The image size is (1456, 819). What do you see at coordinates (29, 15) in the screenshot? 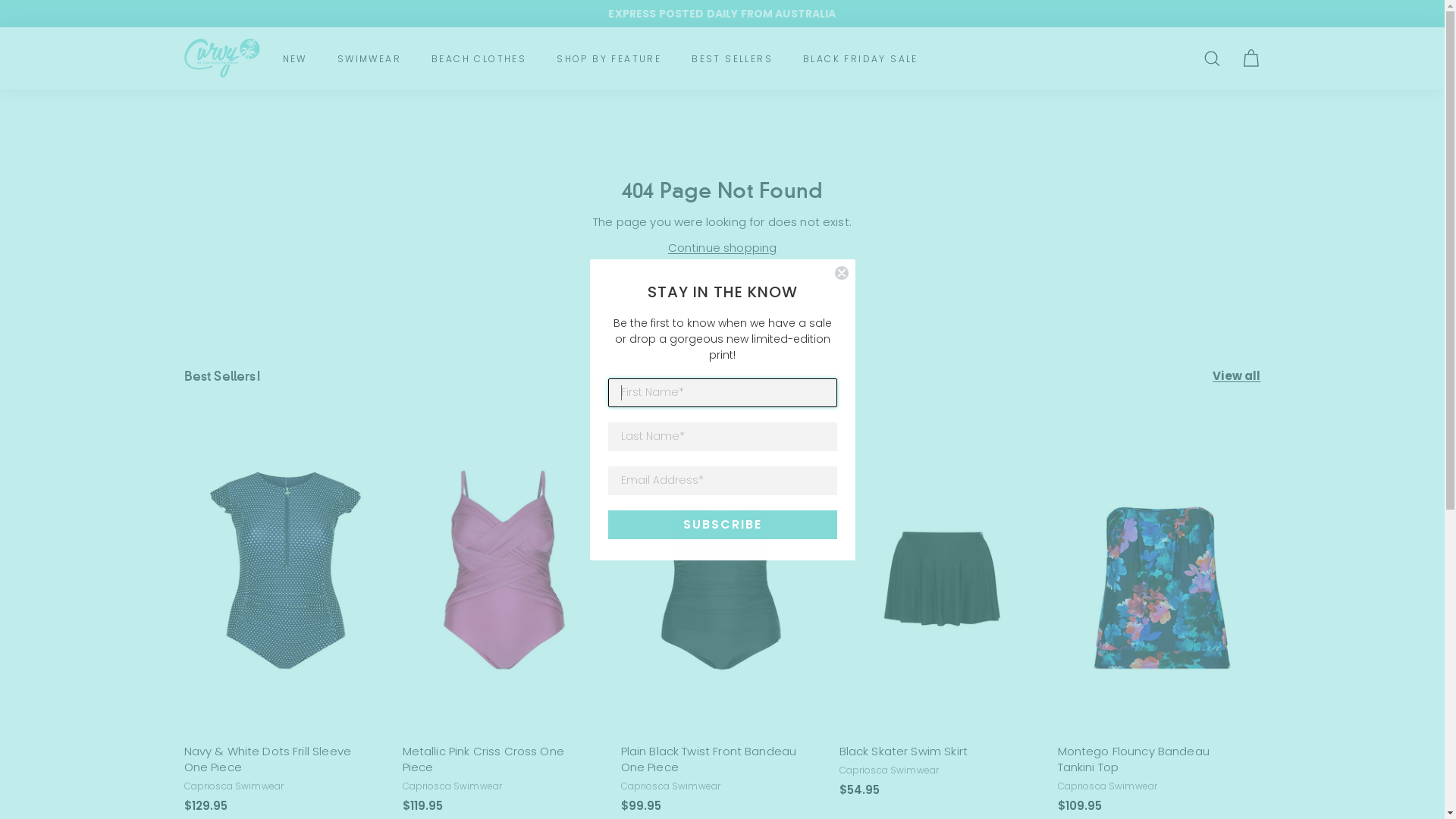
I see `'Submit'` at bounding box center [29, 15].